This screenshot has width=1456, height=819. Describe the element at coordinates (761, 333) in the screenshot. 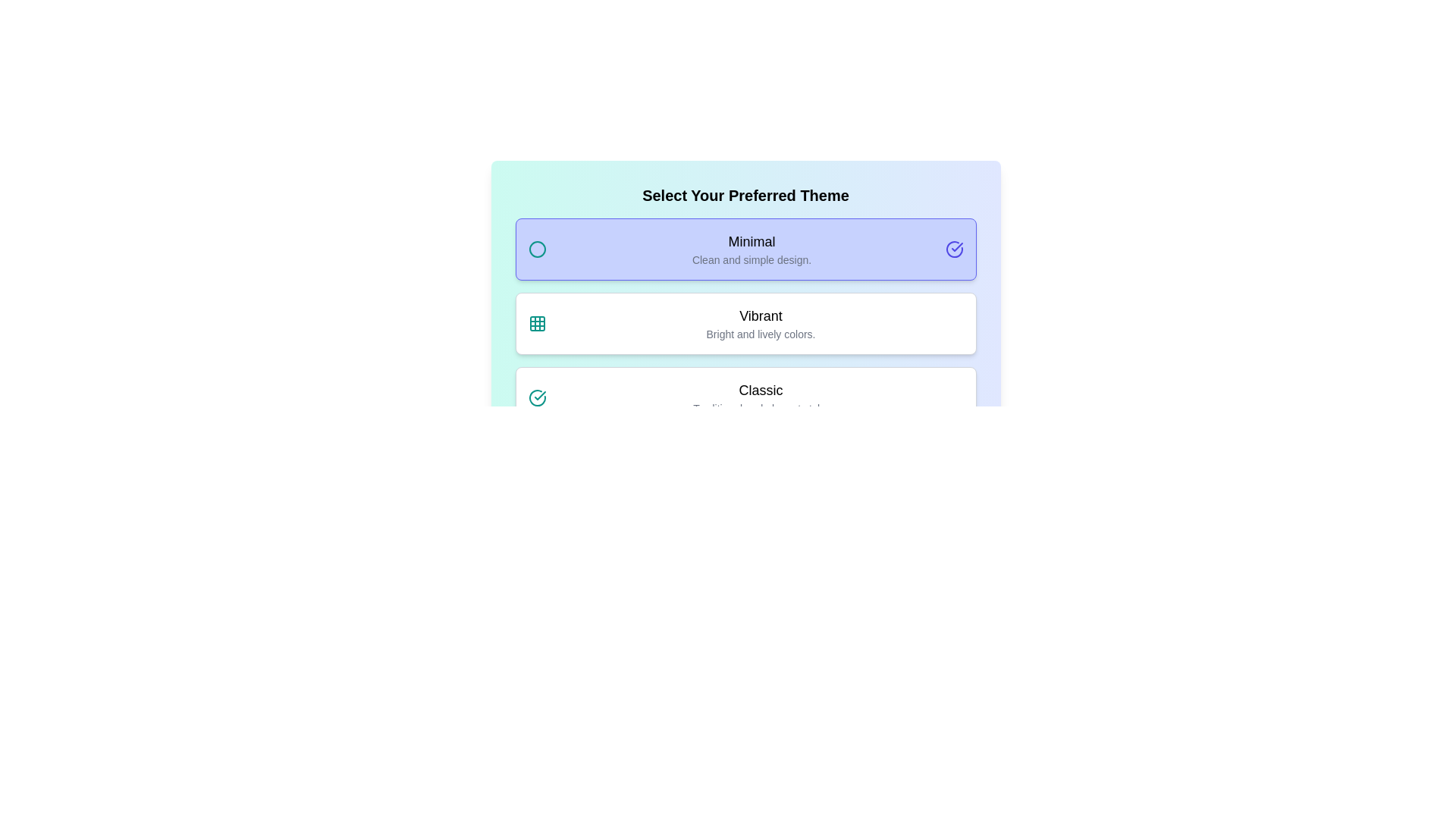

I see `the static text displaying 'Bright and lively colors.' which is positioned below the 'Vibrant' text, indicating a selectable theme option` at that location.